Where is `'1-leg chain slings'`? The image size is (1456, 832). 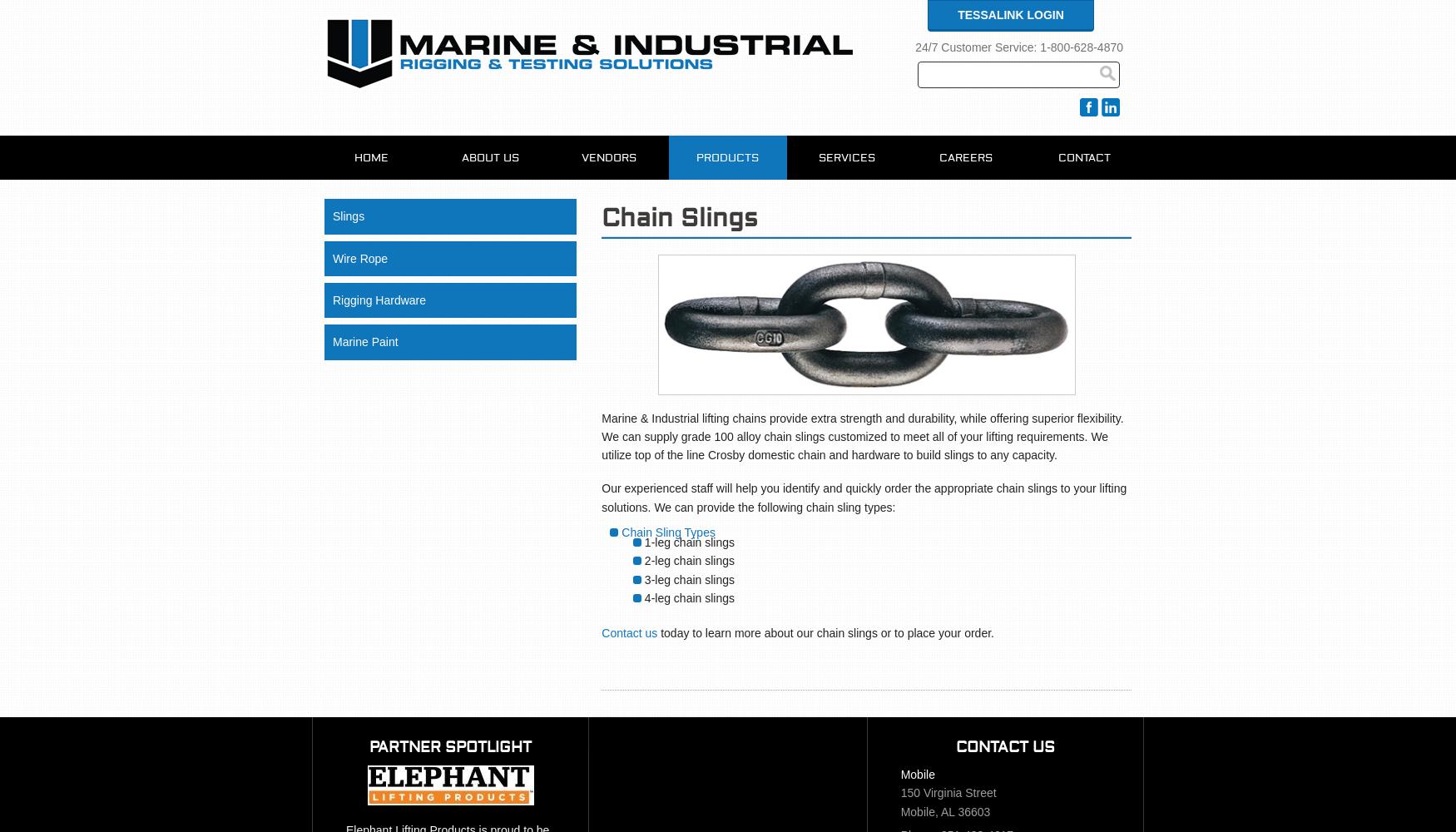 '1-leg chain slings' is located at coordinates (689, 542).